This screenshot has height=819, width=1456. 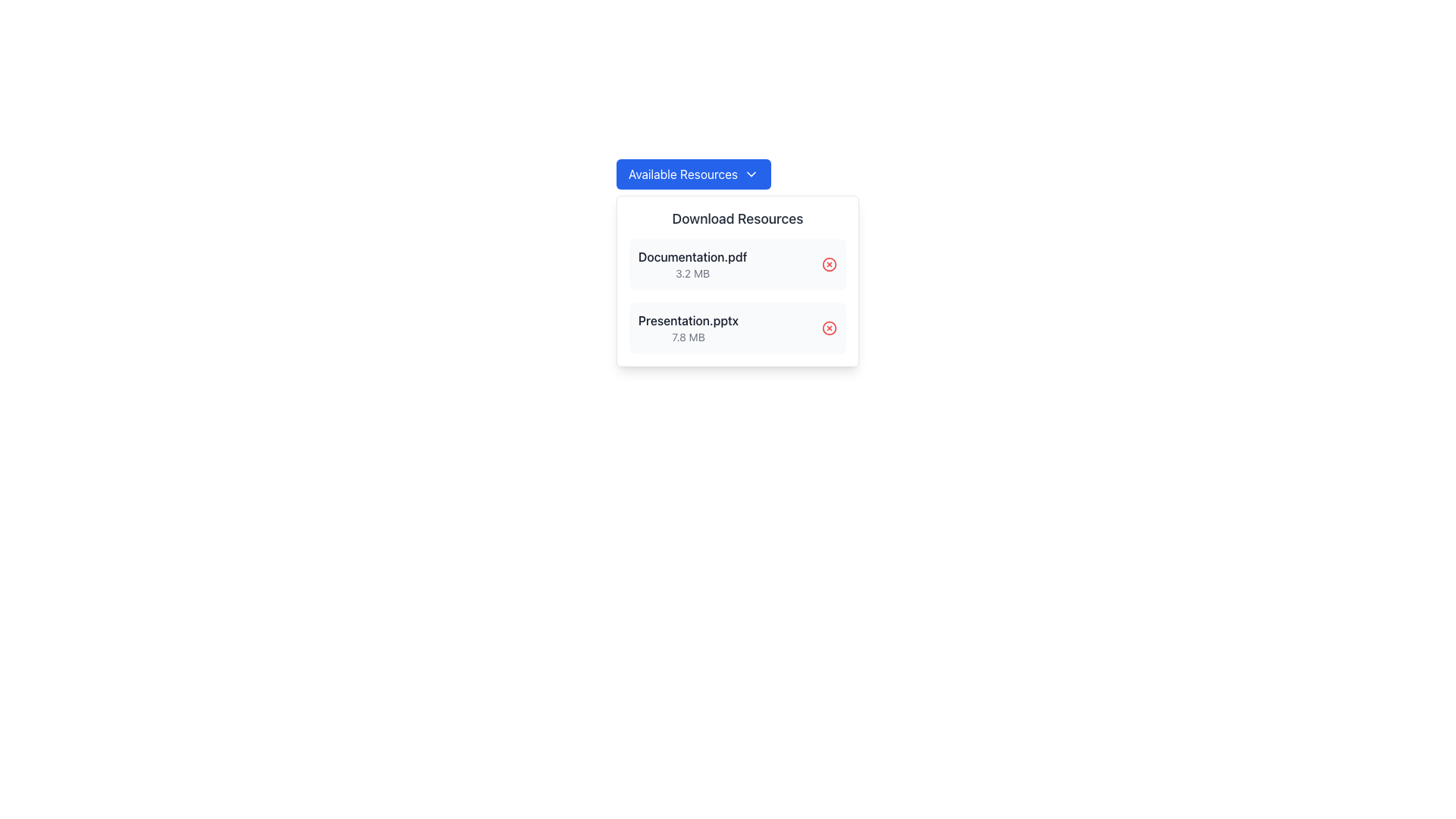 I want to click on the Informational Text Block displaying details for the second downloadable resource below 'Documentation.pdf 3.2 MB', so click(x=687, y=327).